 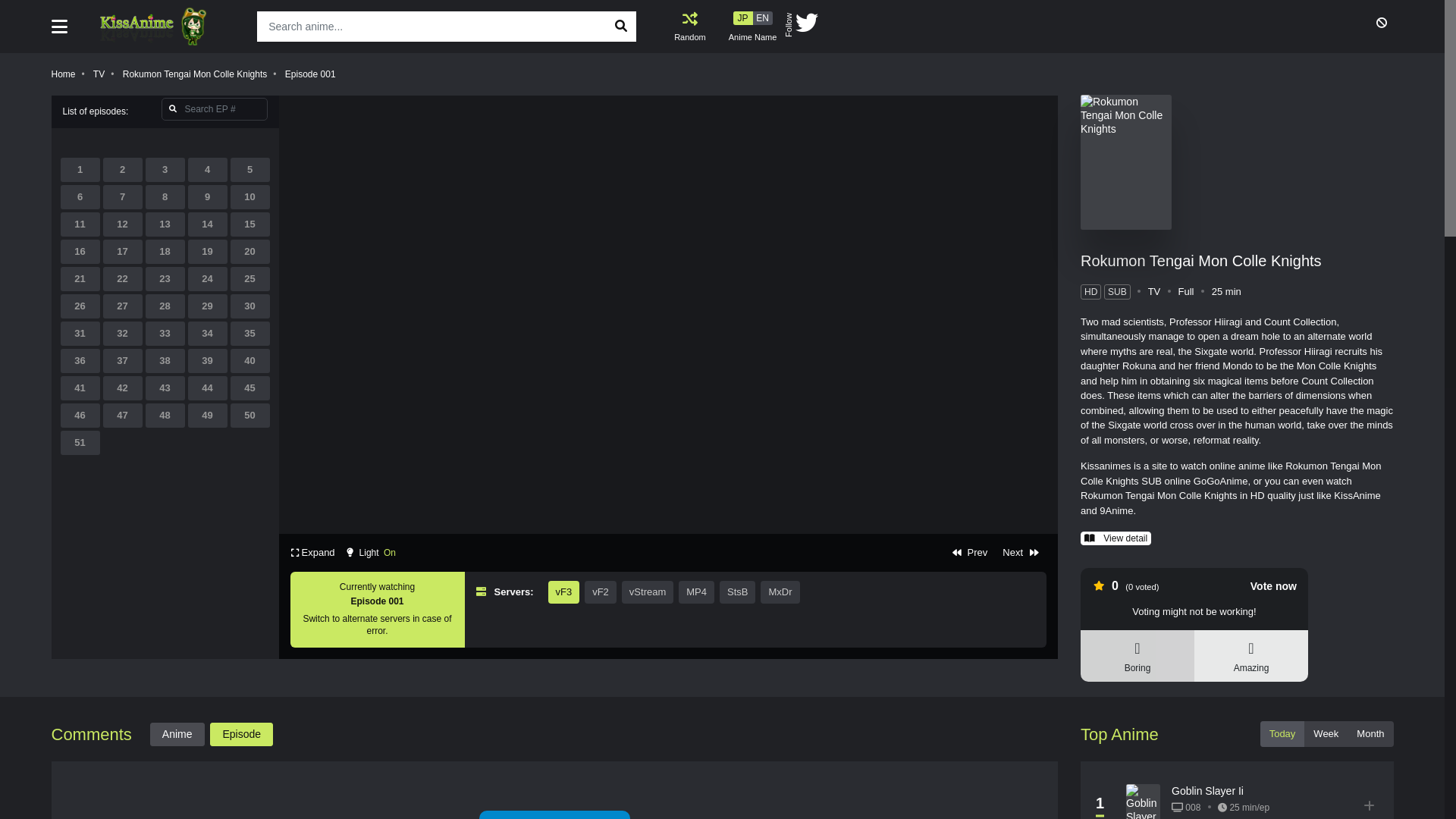 I want to click on 'vF2', so click(x=600, y=591).